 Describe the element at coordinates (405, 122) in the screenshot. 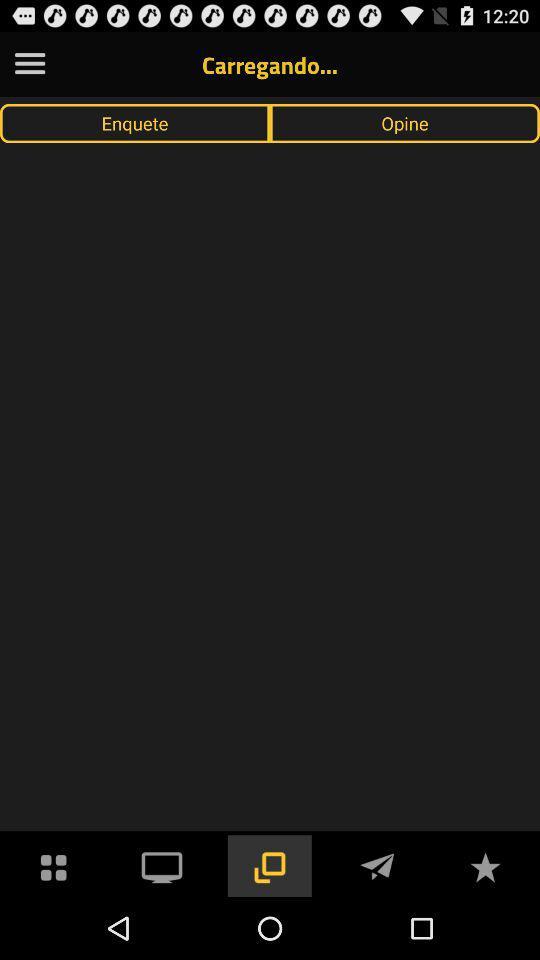

I see `the item next to the enquete` at that location.